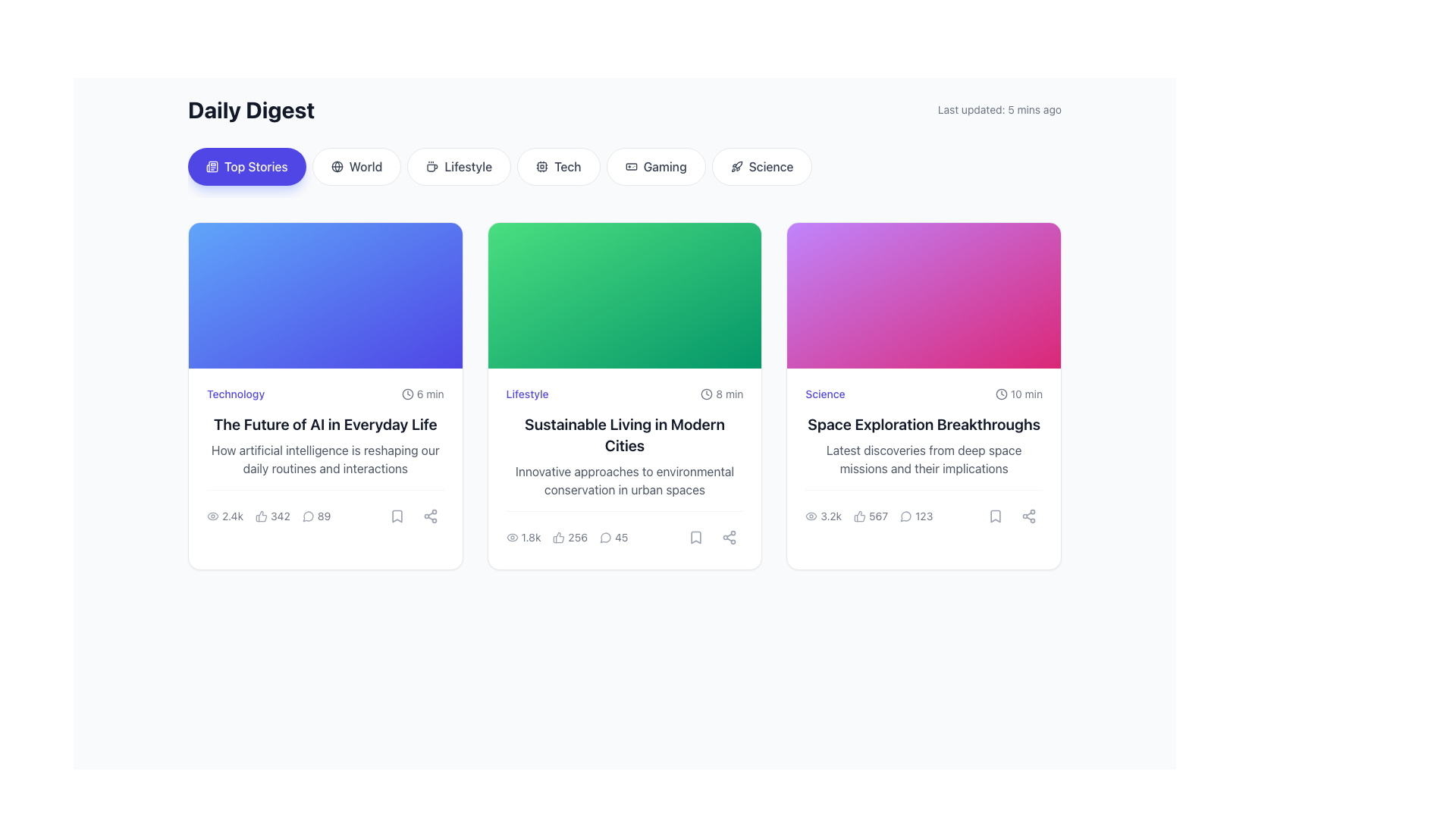 The height and width of the screenshot is (819, 1456). I want to click on the 'Science' category icon, which is the first visual element on the left side of the button labeled 'Science', so click(736, 166).